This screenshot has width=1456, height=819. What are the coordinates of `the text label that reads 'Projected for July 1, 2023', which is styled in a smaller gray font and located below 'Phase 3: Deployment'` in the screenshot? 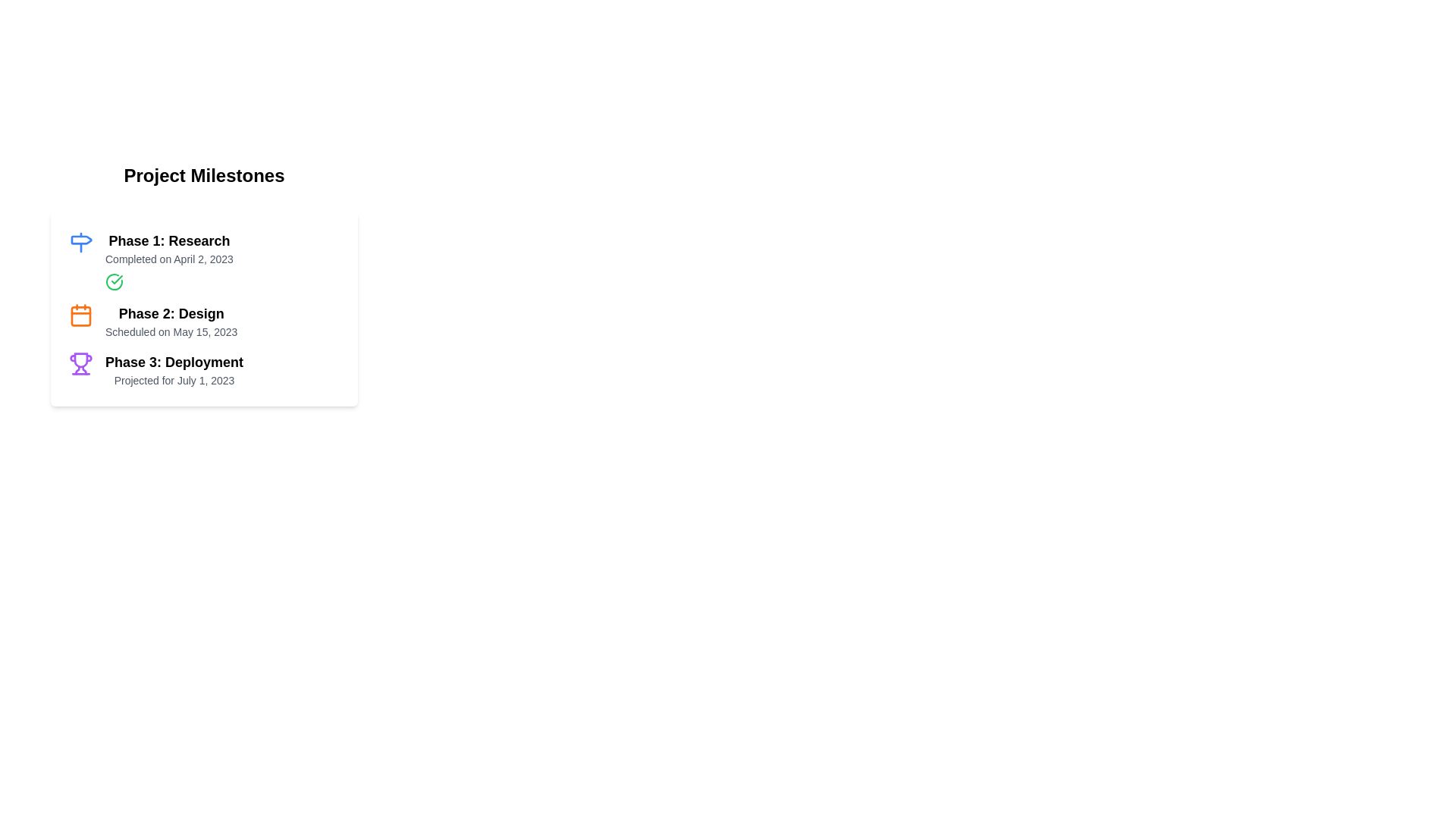 It's located at (174, 379).